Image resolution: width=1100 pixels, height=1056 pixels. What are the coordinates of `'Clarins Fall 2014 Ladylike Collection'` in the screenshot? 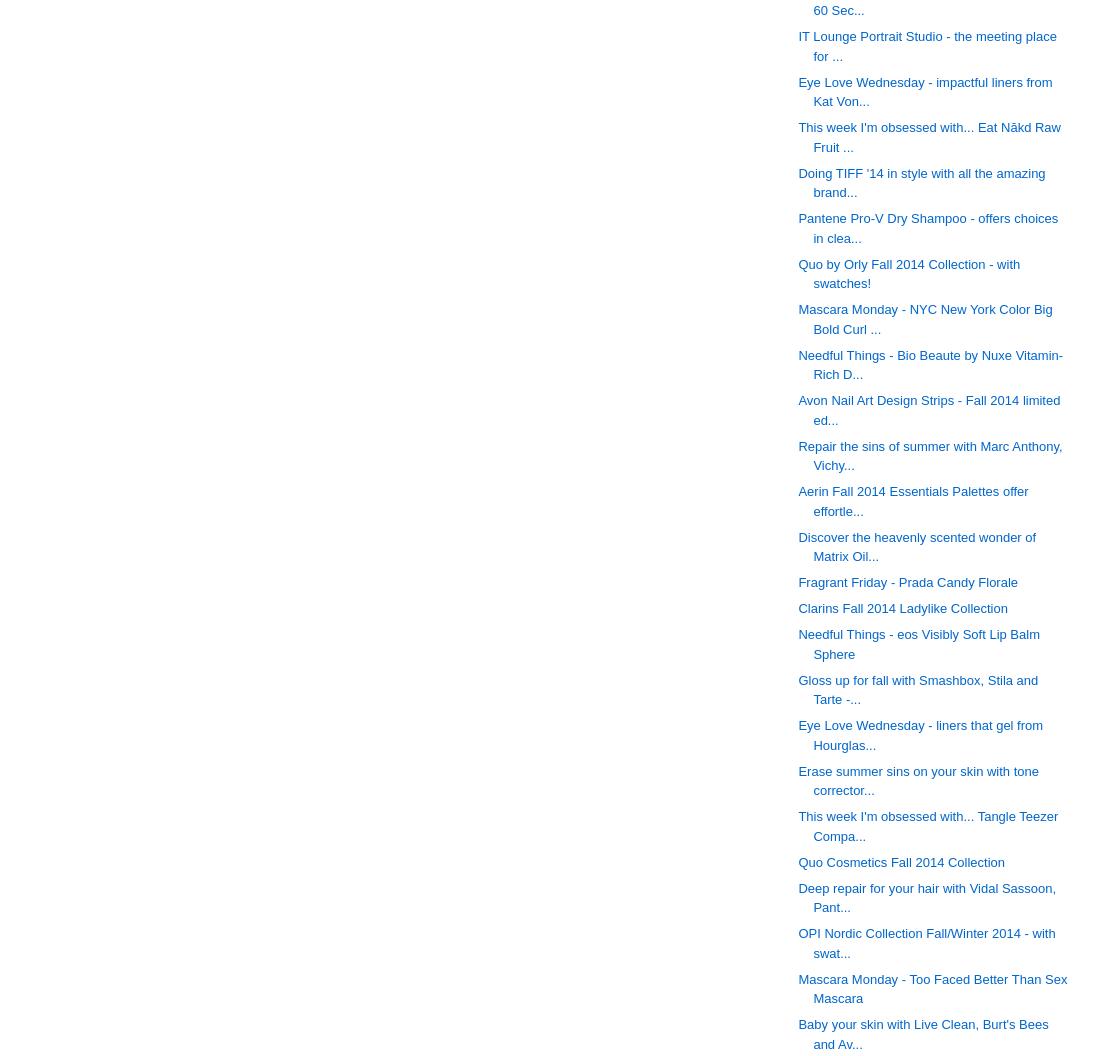 It's located at (902, 607).